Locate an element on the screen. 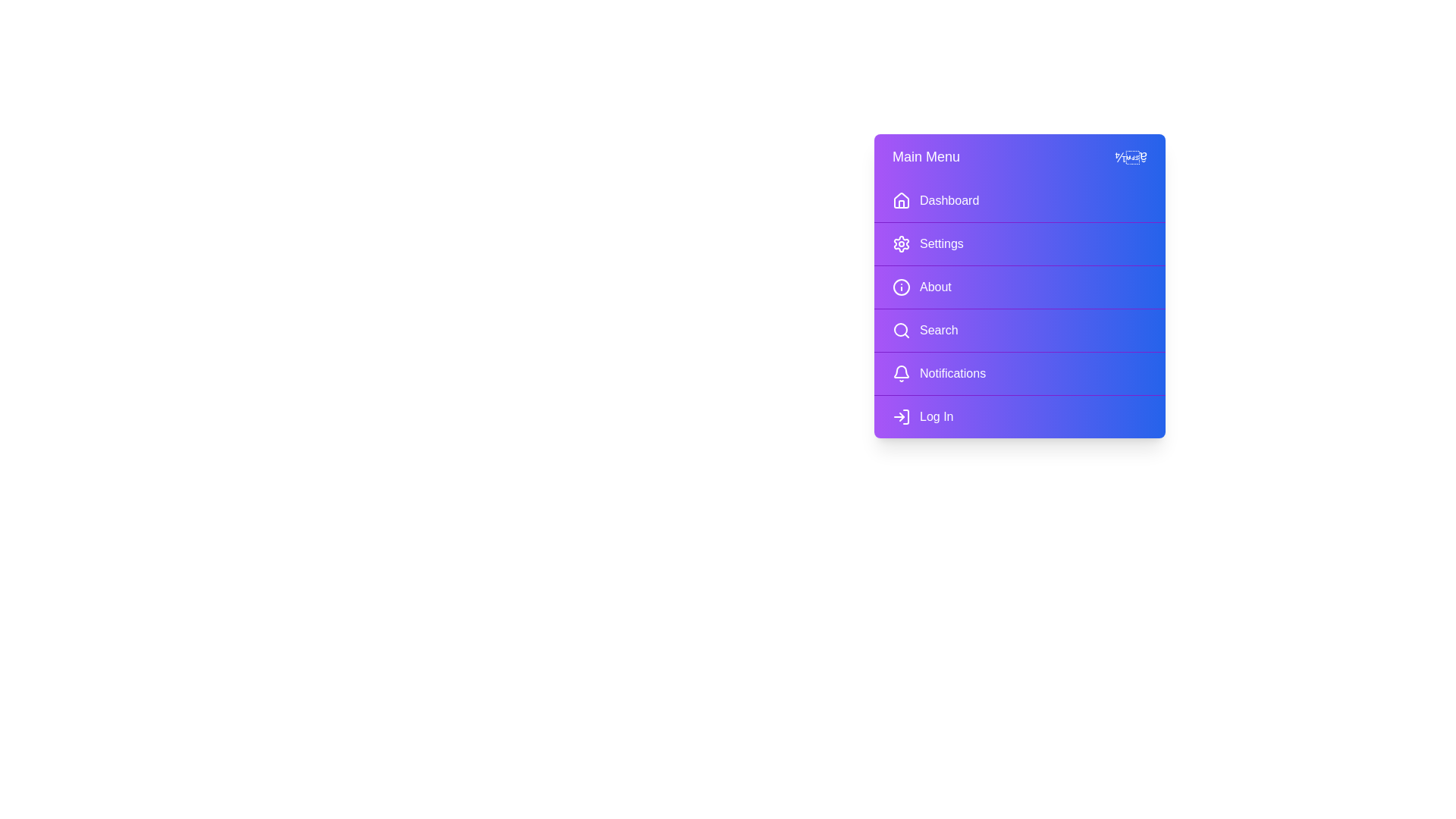 The image size is (1456, 819). the menu item Log In to navigate is located at coordinates (1019, 416).